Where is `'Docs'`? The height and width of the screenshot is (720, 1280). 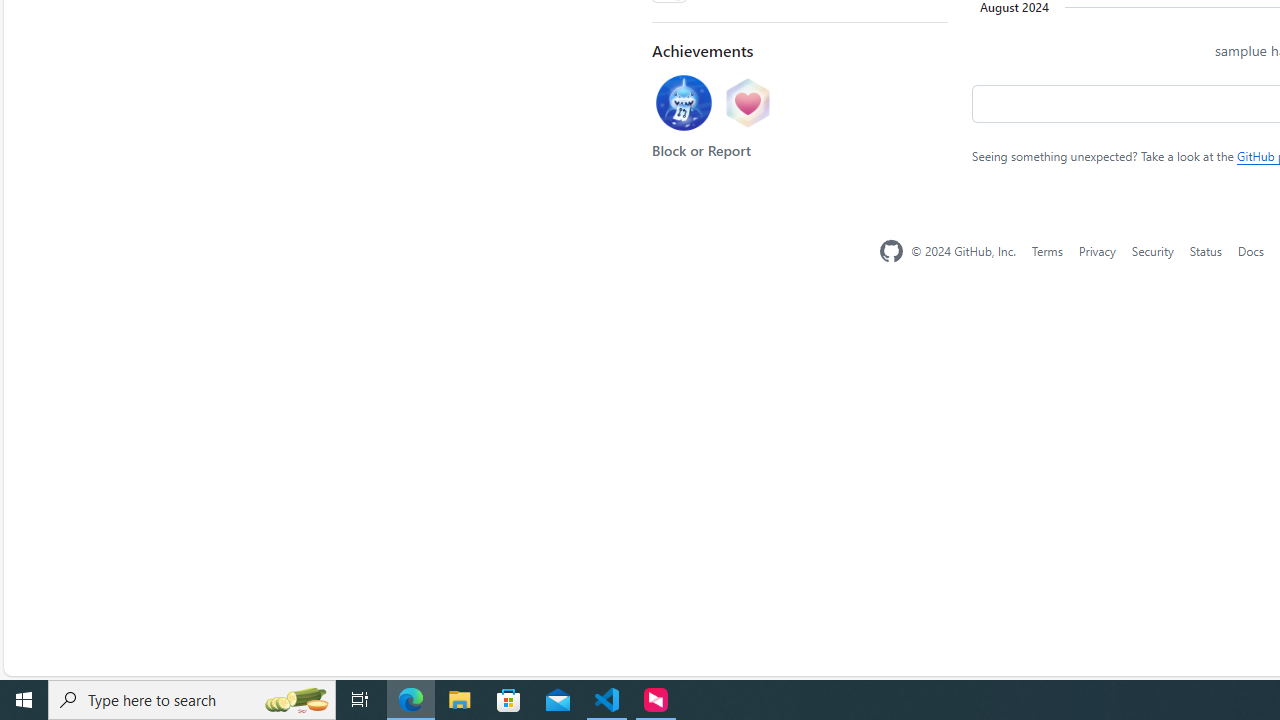 'Docs' is located at coordinates (1249, 249).